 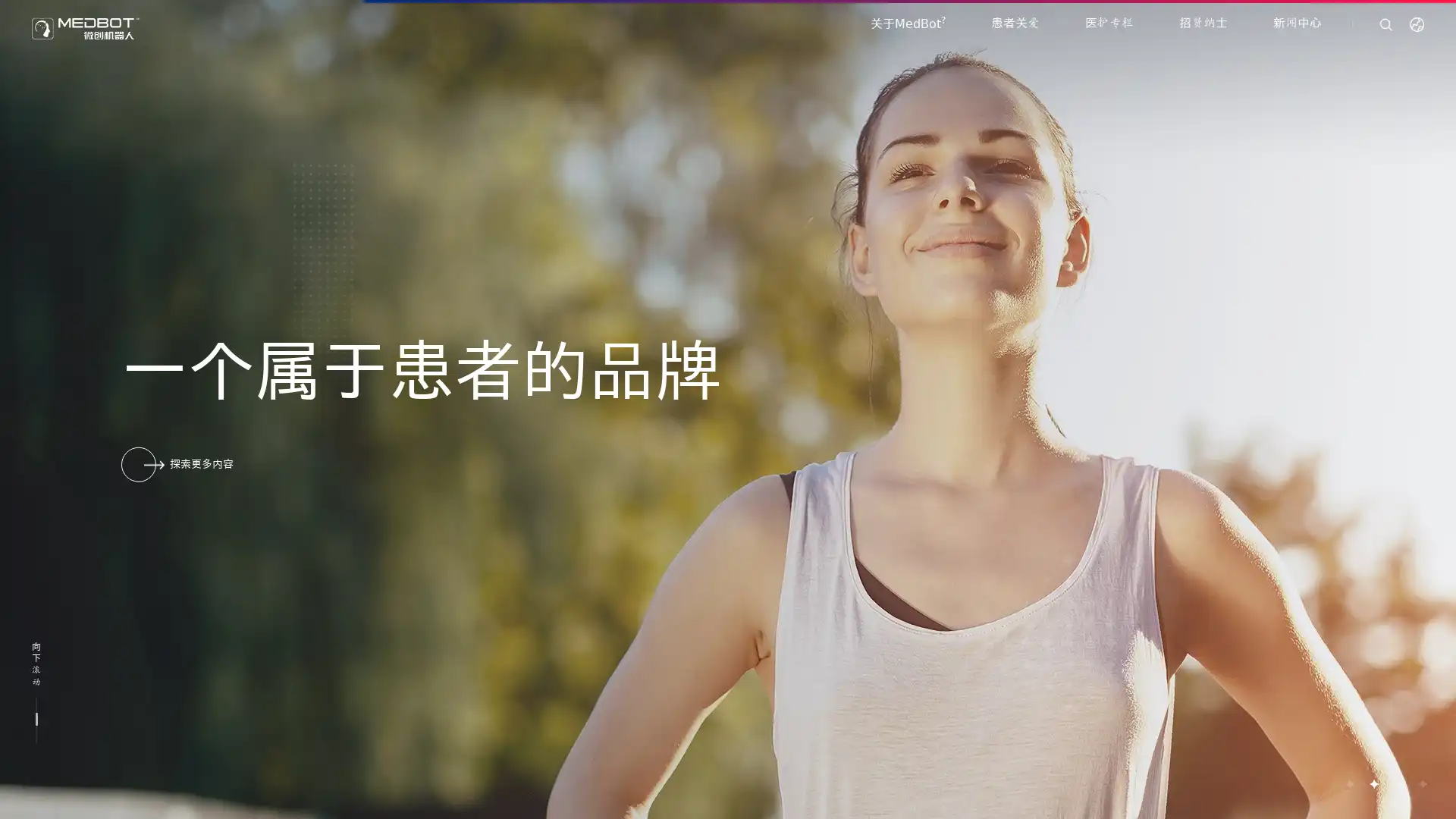 I want to click on Go to slide 3, so click(x=1397, y=783).